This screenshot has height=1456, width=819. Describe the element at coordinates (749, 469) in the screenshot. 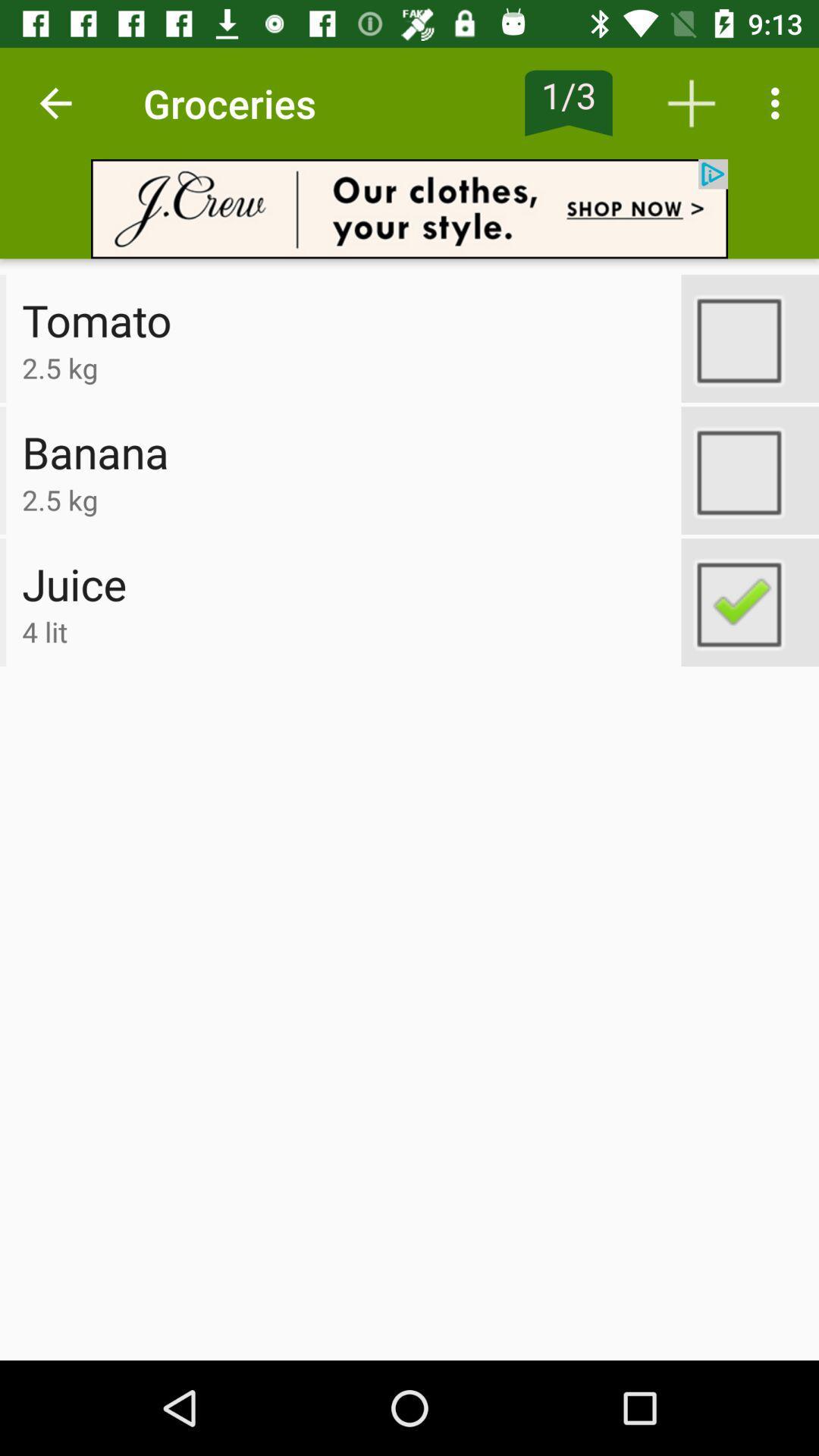

I see `banana` at that location.